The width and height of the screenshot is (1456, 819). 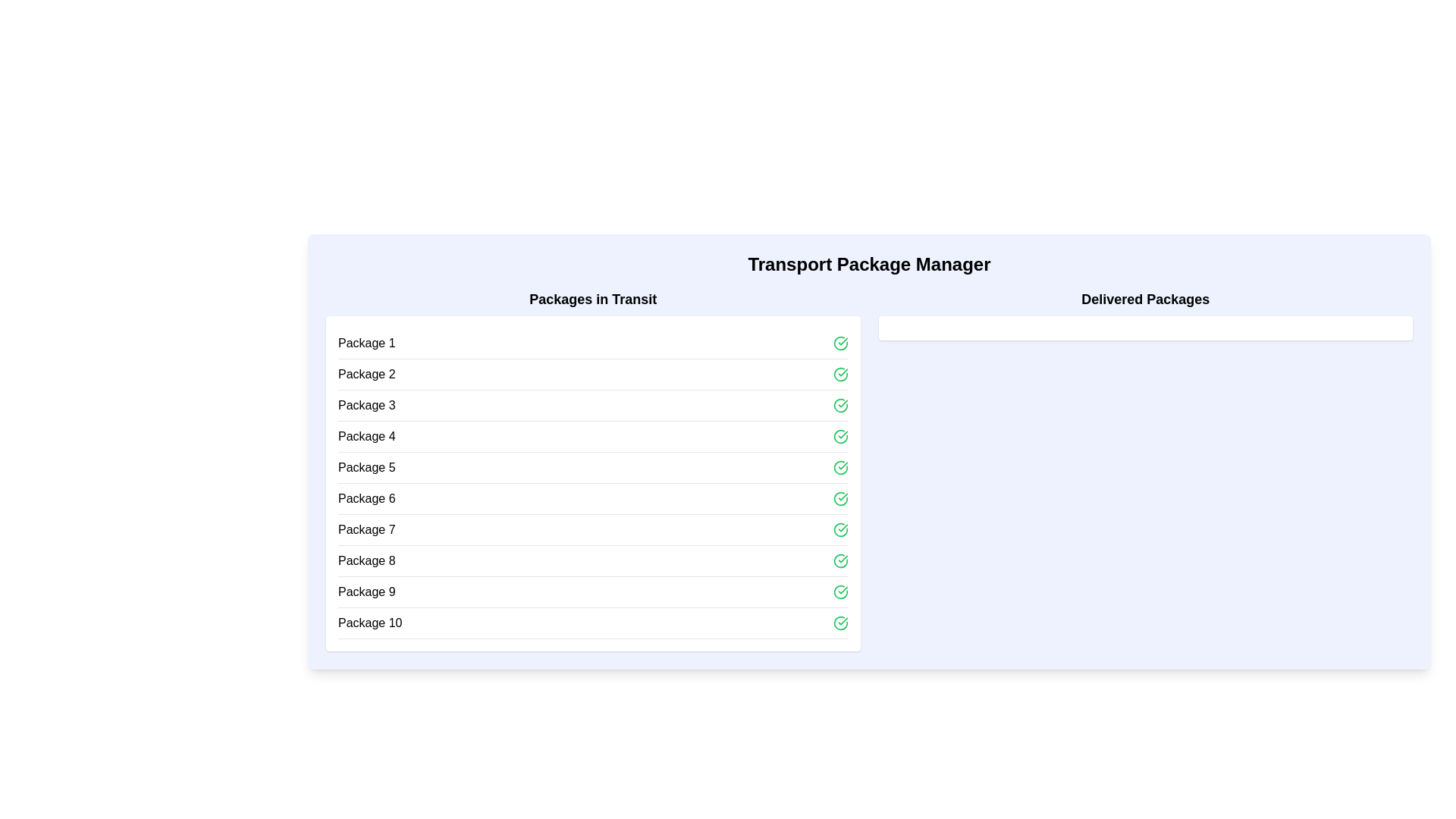 What do you see at coordinates (366, 343) in the screenshot?
I see `label for 'Package 1', which is the first item in the vertical list under the 'Packages in Transit' column` at bounding box center [366, 343].